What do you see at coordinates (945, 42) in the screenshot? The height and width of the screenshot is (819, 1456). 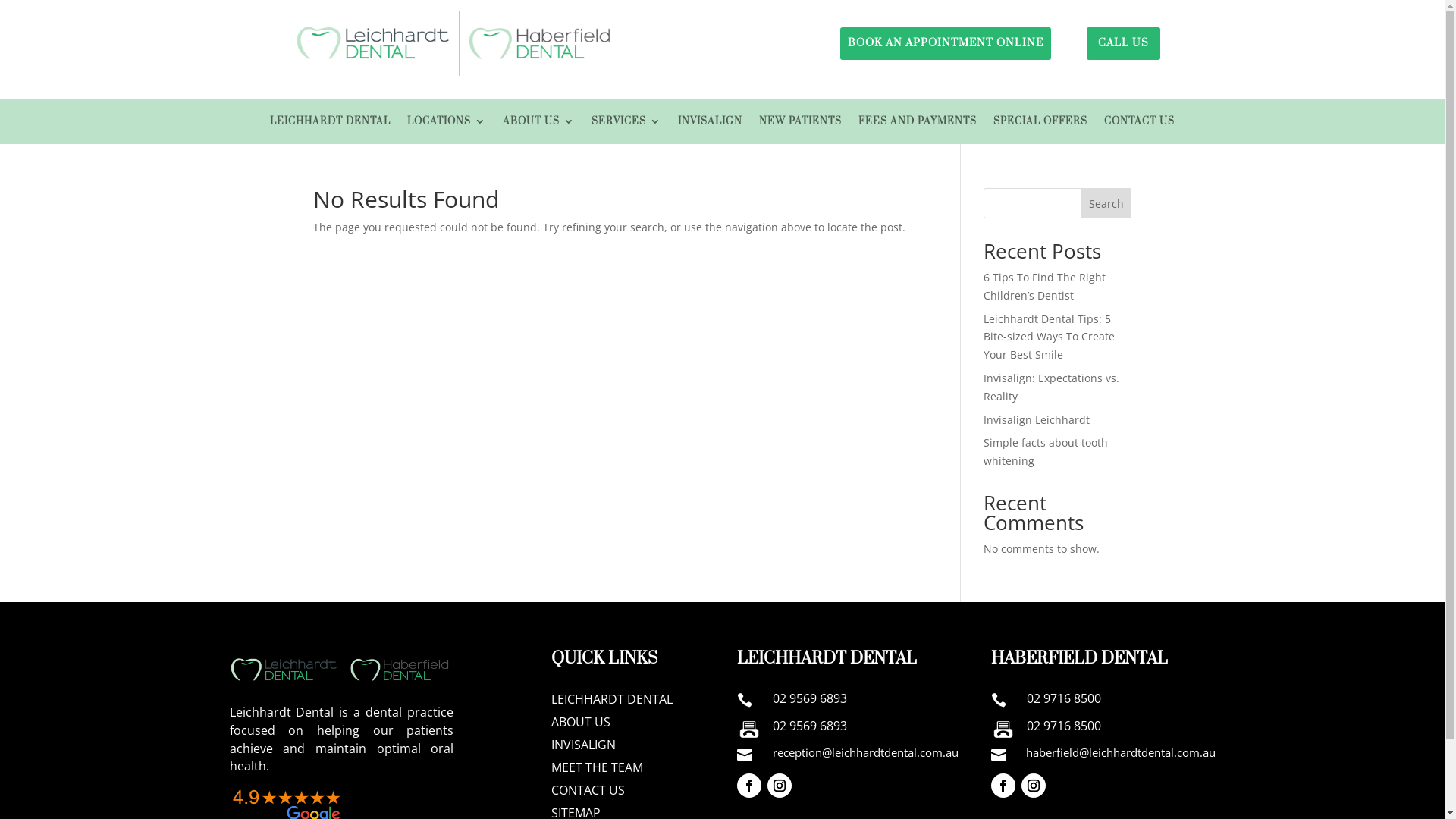 I see `'BOOK AN APPOINTMENT ONLINE'` at bounding box center [945, 42].